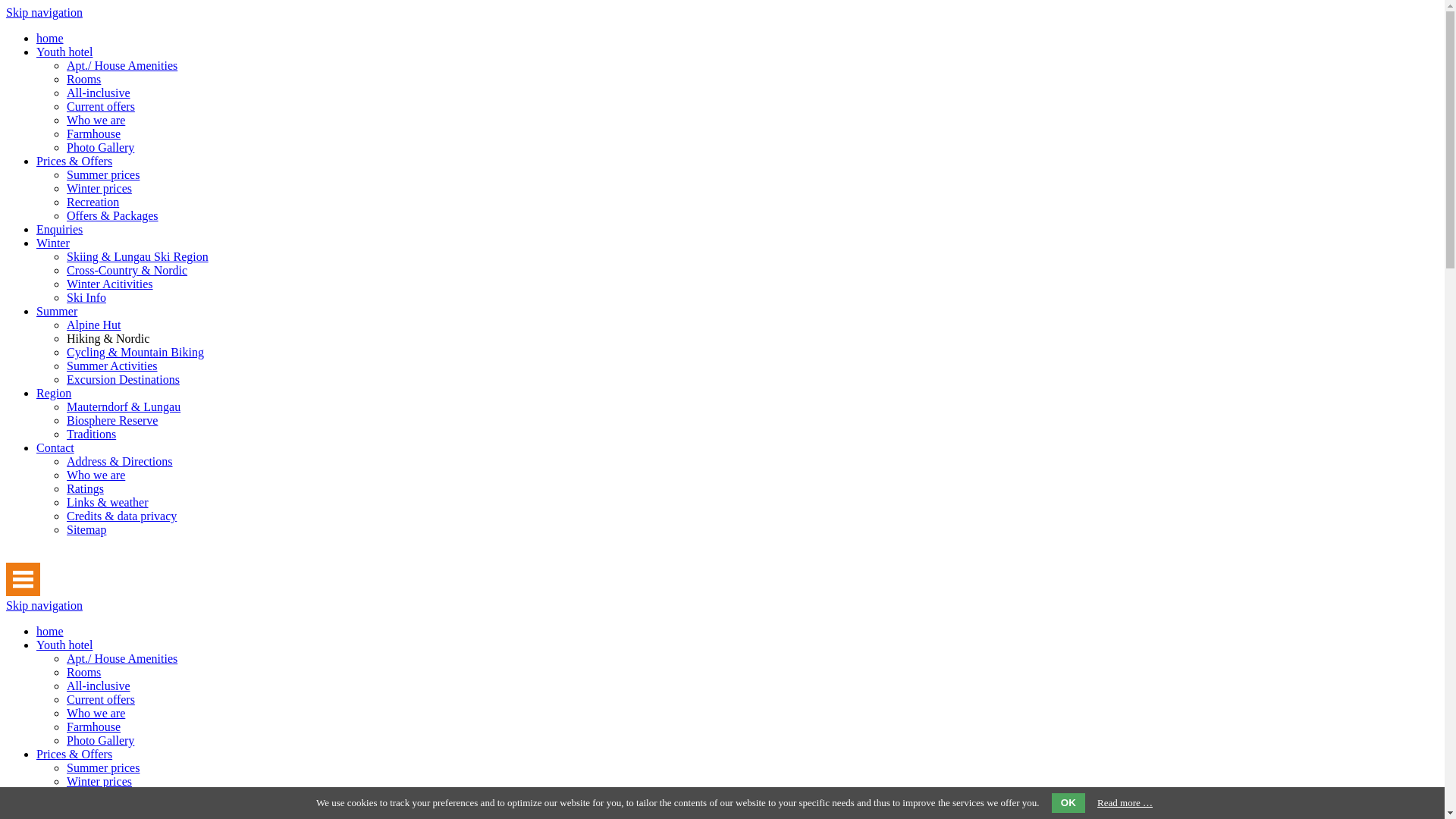  Describe the element at coordinates (98, 187) in the screenshot. I see `'Winter prices'` at that location.